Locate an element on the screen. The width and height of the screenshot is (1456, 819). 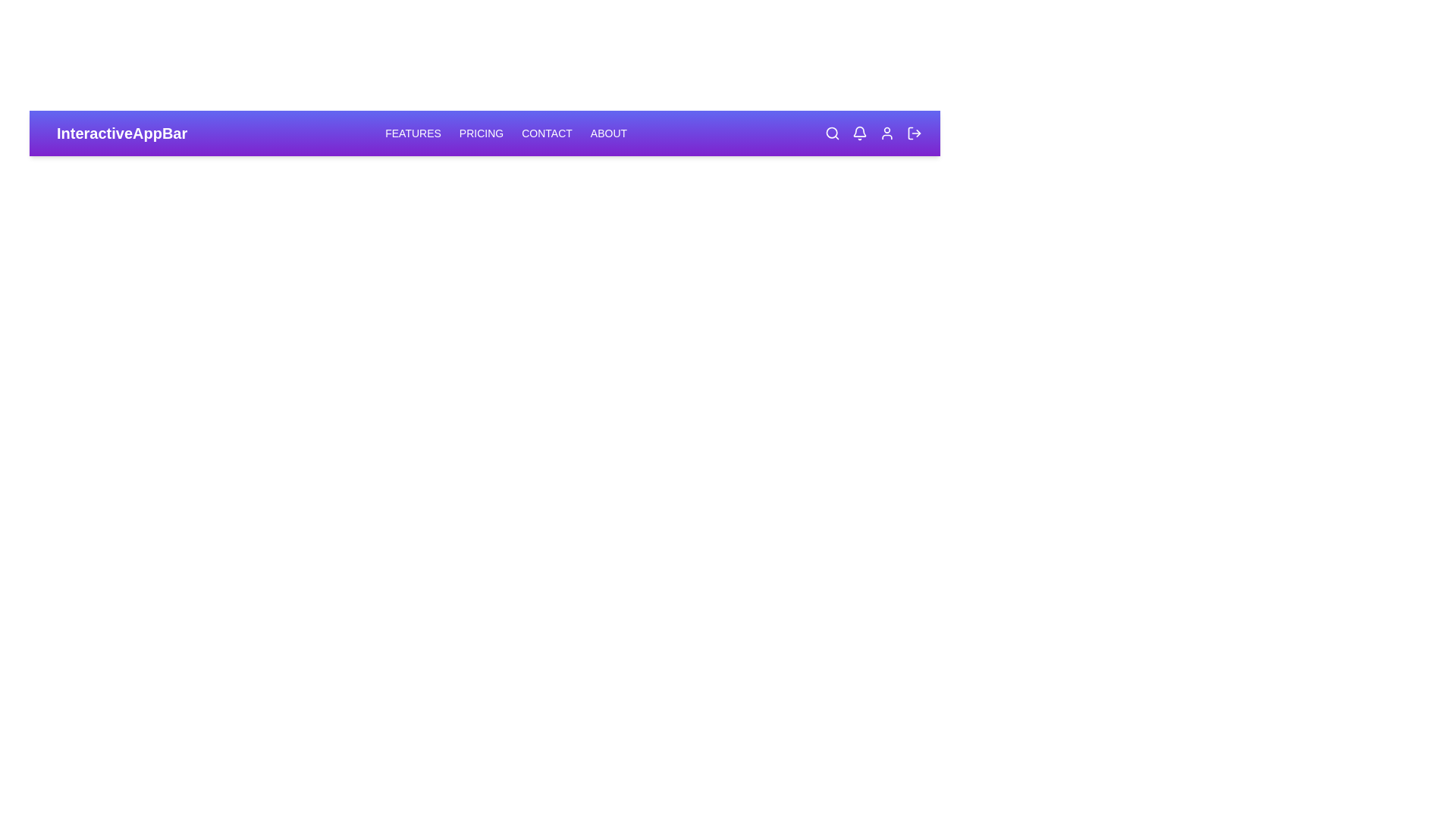
the navigation link Contact to see the hover effect is located at coordinates (546, 133).